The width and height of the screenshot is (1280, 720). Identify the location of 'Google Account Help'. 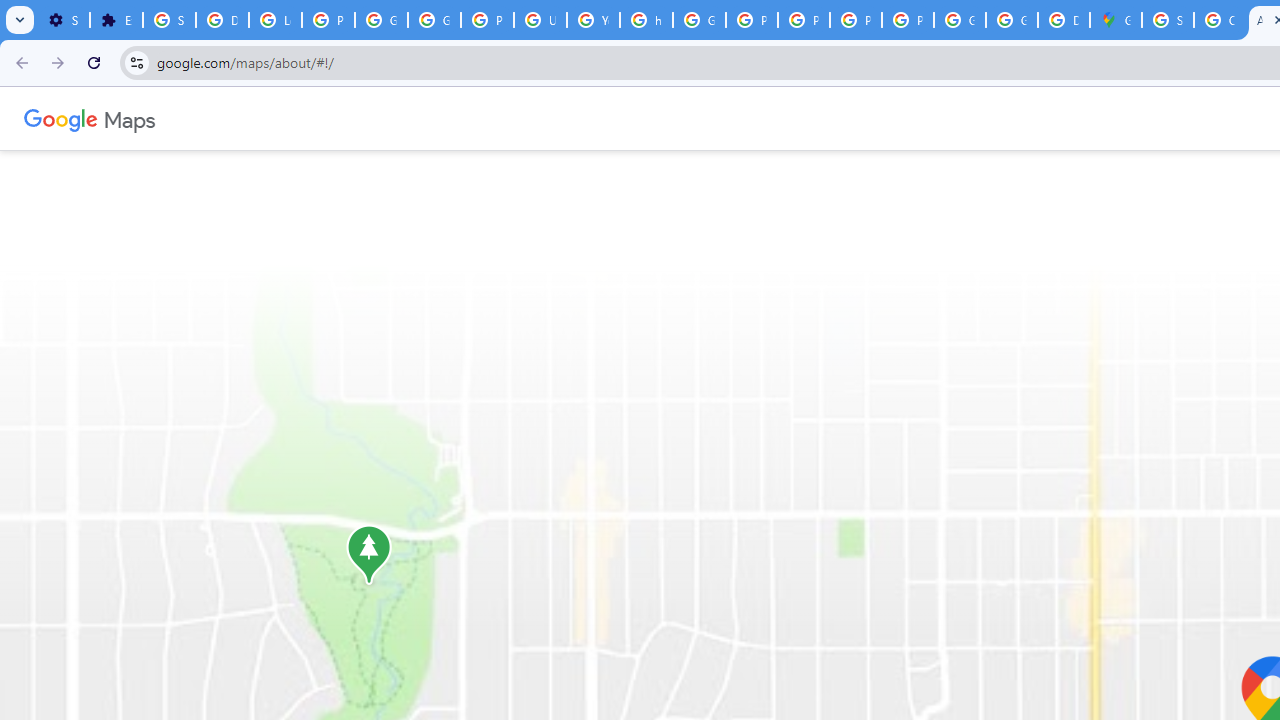
(381, 20).